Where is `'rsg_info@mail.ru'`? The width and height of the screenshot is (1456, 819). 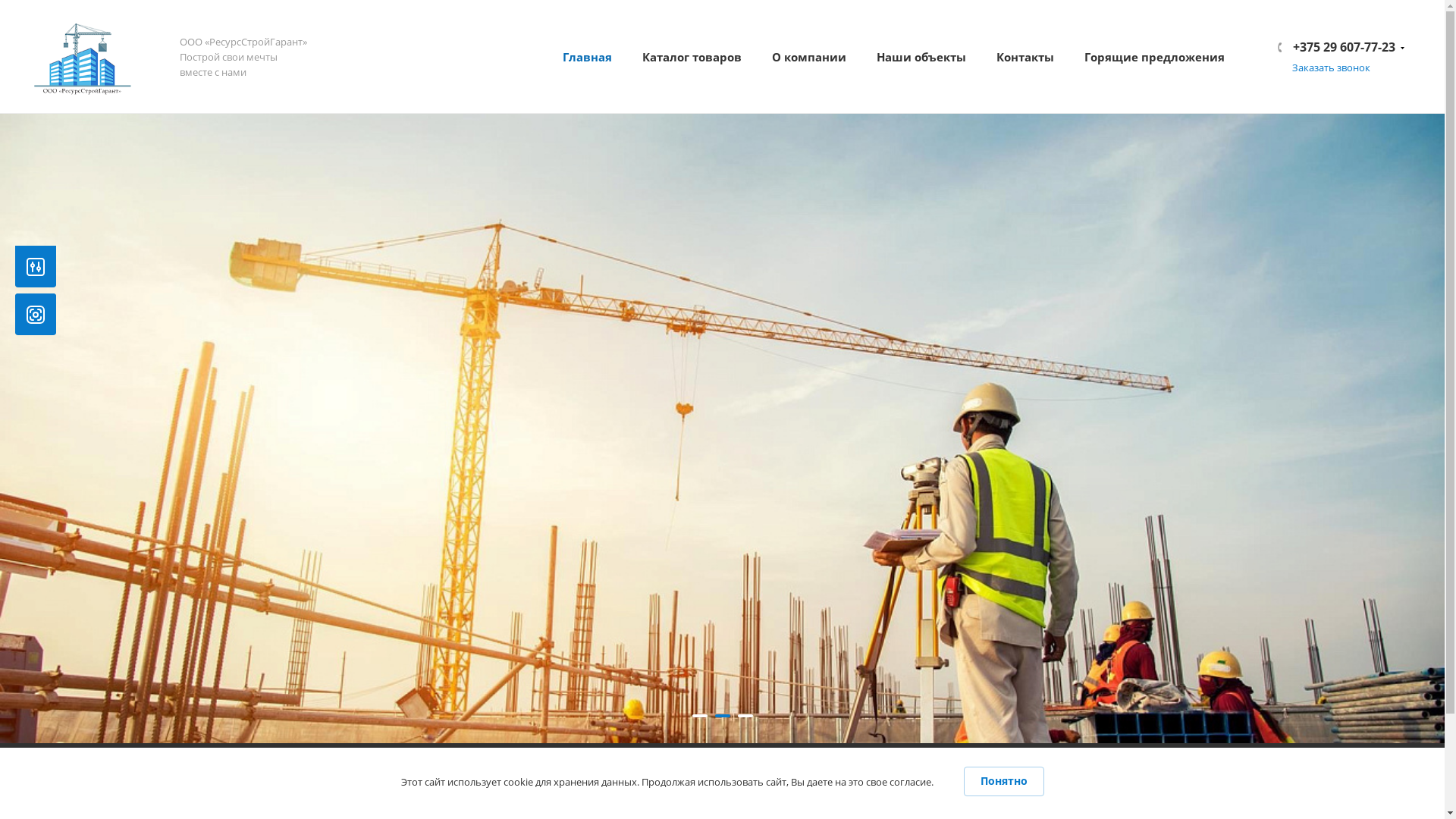
'rsg_info@mail.ru' is located at coordinates (306, 805).